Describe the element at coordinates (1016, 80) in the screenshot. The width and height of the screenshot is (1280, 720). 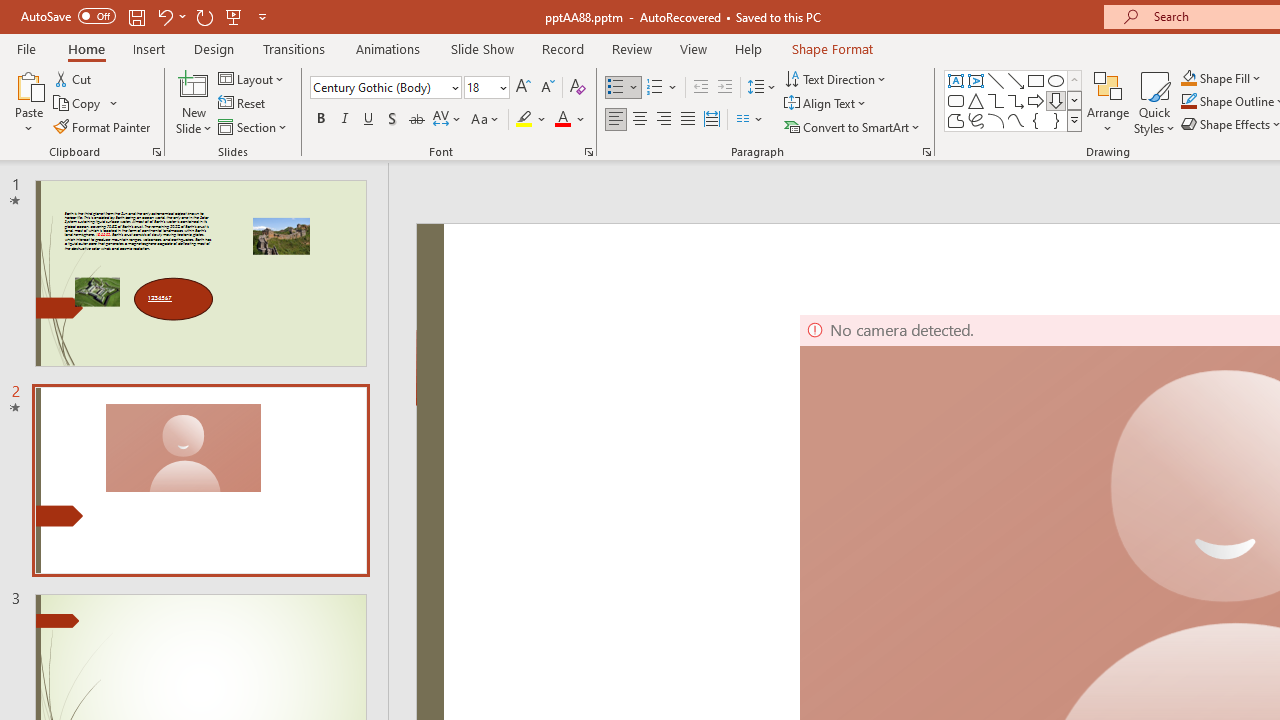
I see `'Line Arrow'` at that location.